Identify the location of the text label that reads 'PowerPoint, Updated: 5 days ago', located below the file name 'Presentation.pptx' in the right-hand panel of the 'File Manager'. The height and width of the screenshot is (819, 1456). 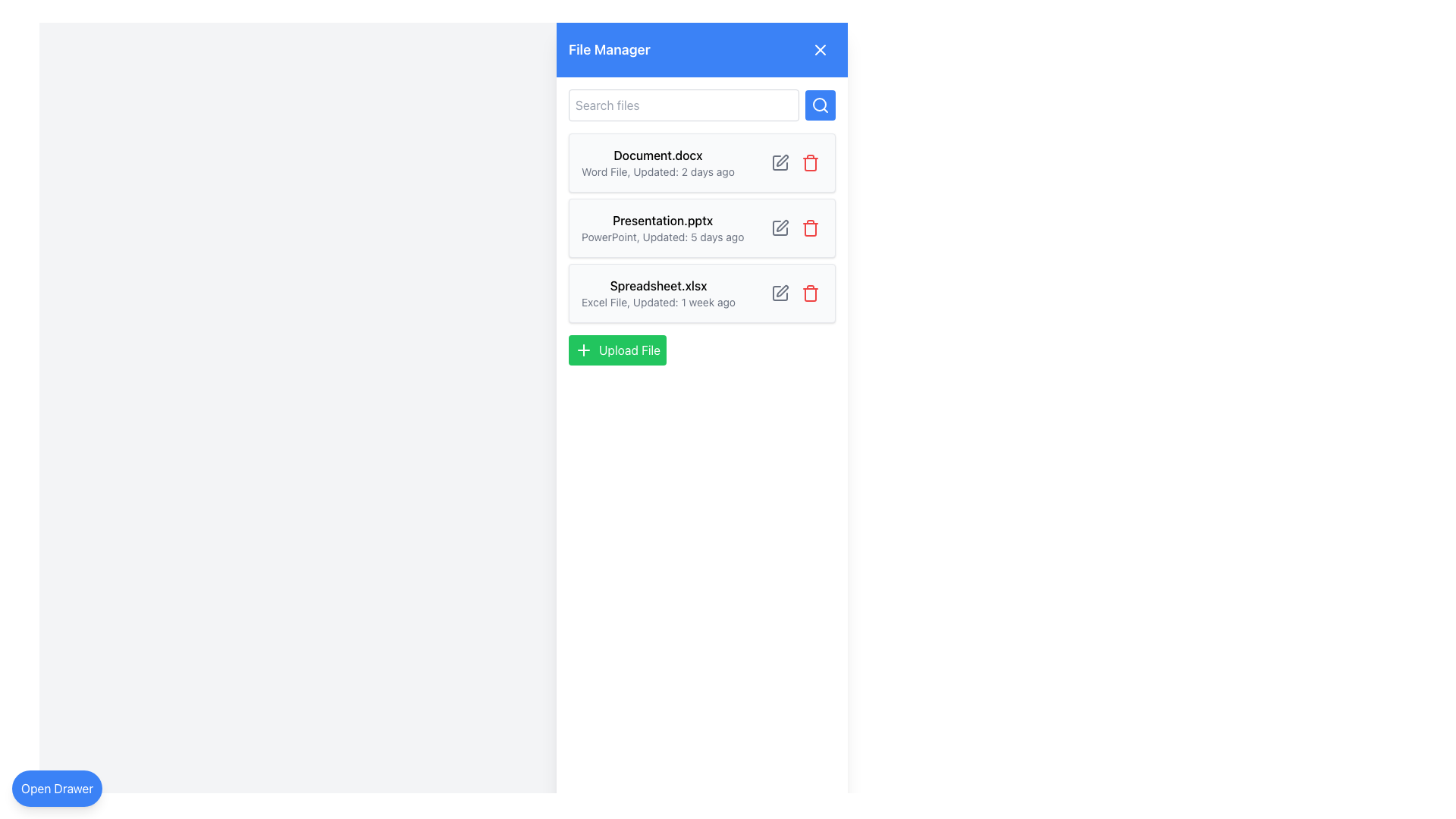
(663, 237).